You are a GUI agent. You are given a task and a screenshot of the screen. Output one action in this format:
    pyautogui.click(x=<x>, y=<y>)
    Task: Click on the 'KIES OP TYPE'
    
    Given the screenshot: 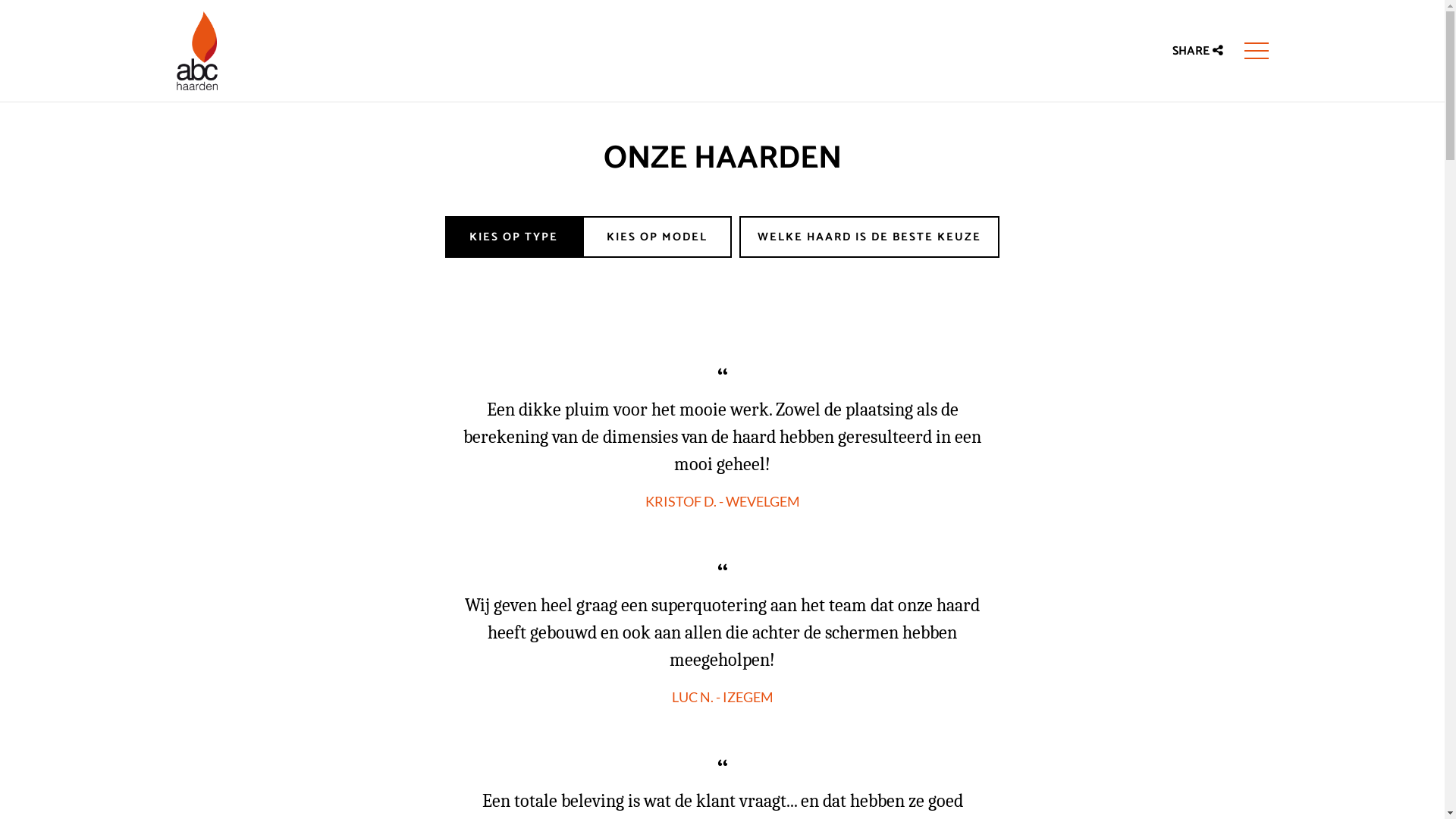 What is the action you would take?
    pyautogui.click(x=444, y=237)
    